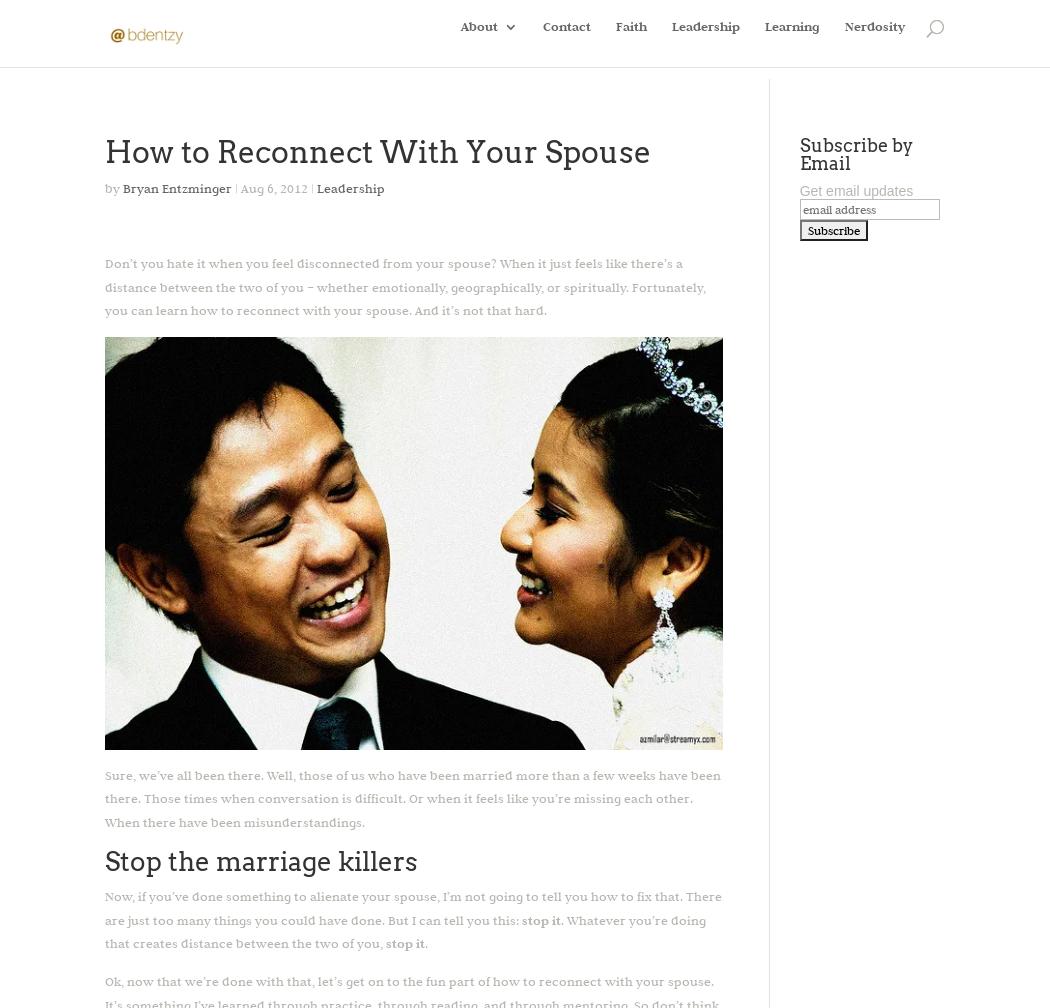 Image resolution: width=1050 pixels, height=1008 pixels. Describe the element at coordinates (425, 942) in the screenshot. I see `'.'` at that location.